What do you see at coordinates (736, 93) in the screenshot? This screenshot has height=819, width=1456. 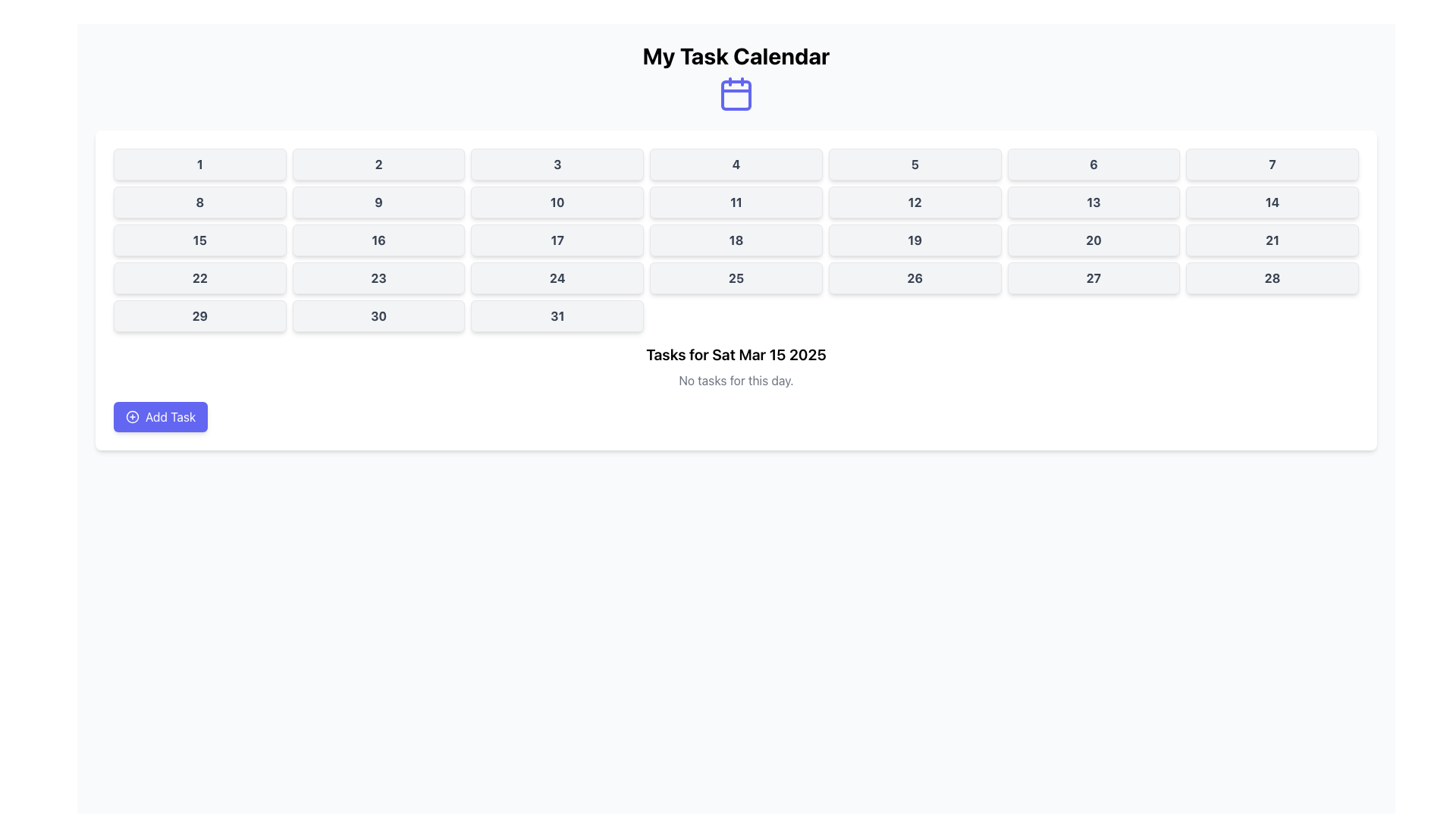 I see `the calendar icon with a purple stroke located beneath the 'My Task Calendar' text` at bounding box center [736, 93].